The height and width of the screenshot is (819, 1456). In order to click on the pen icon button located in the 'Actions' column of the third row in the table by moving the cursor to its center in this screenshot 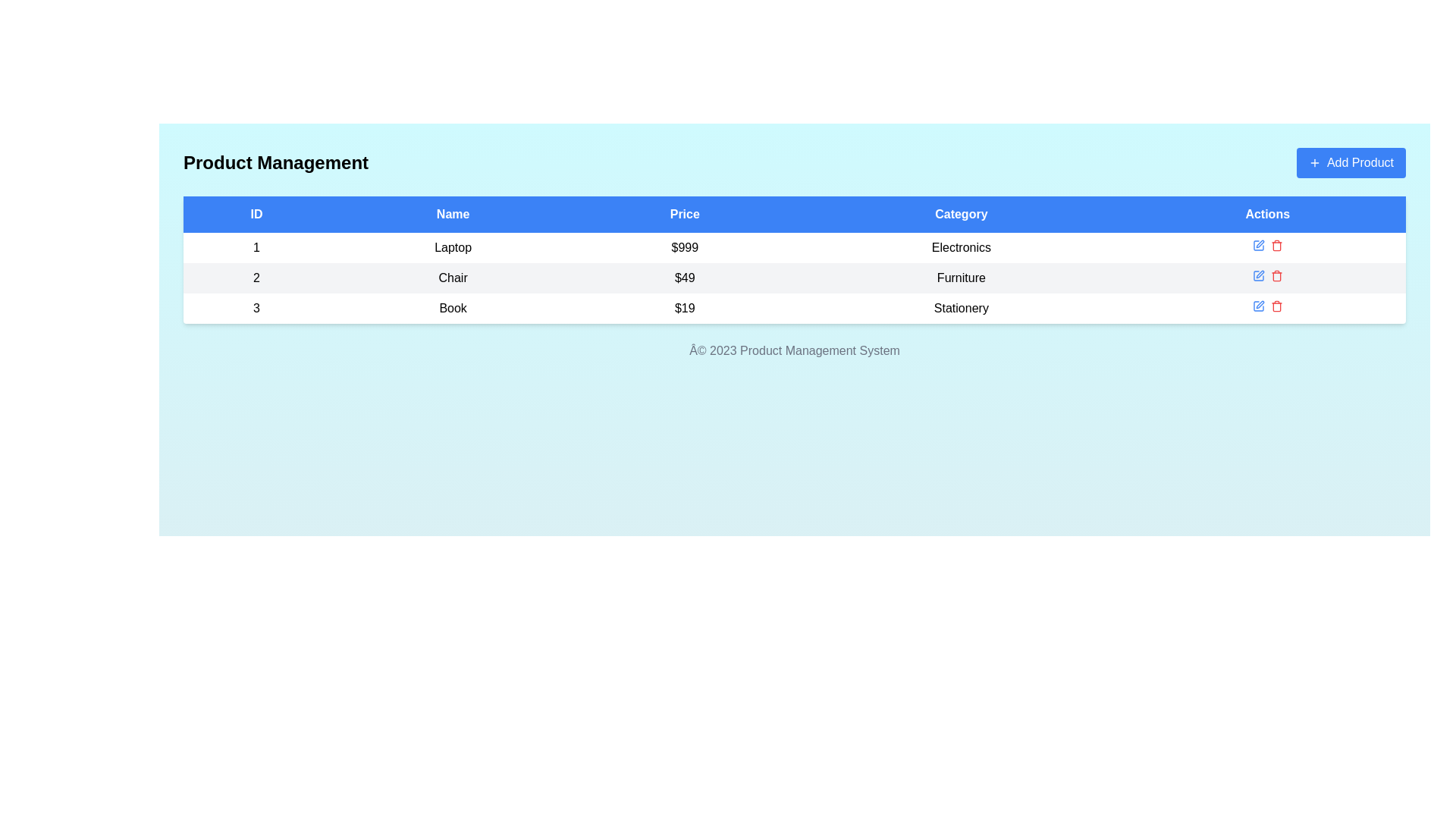, I will do `click(1260, 304)`.